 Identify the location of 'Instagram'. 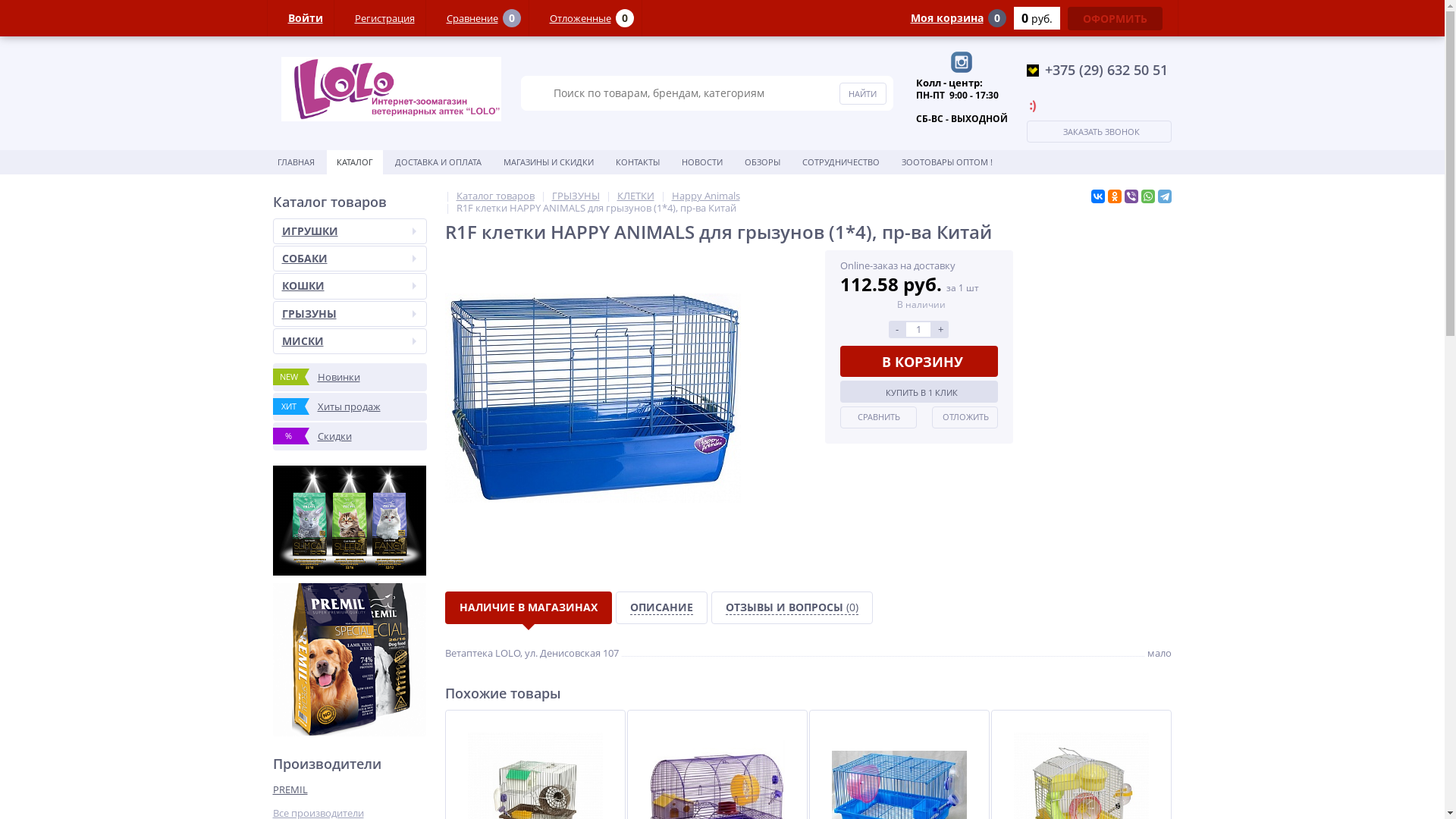
(960, 61).